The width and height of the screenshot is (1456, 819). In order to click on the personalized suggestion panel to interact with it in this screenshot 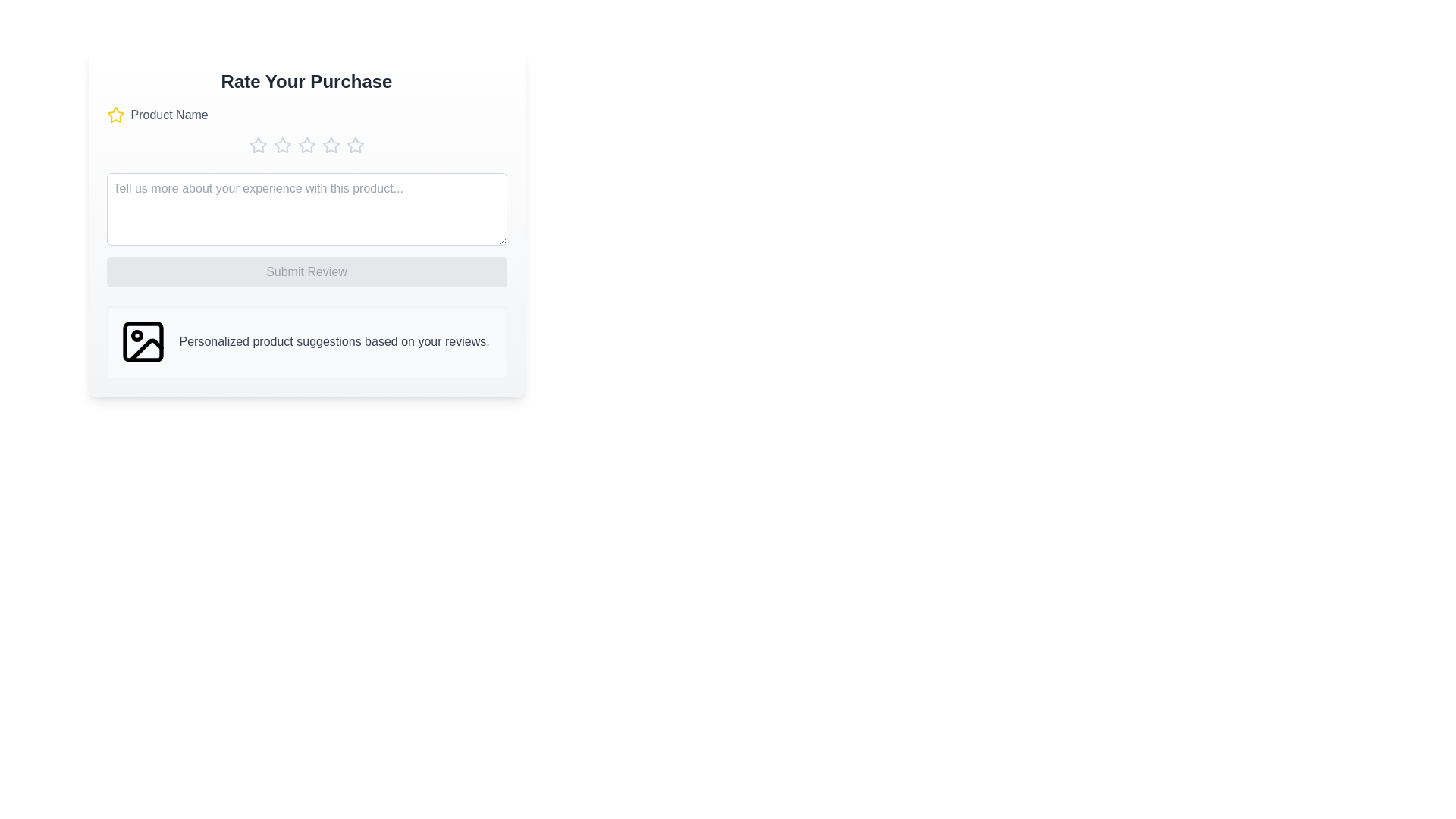, I will do `click(306, 342)`.